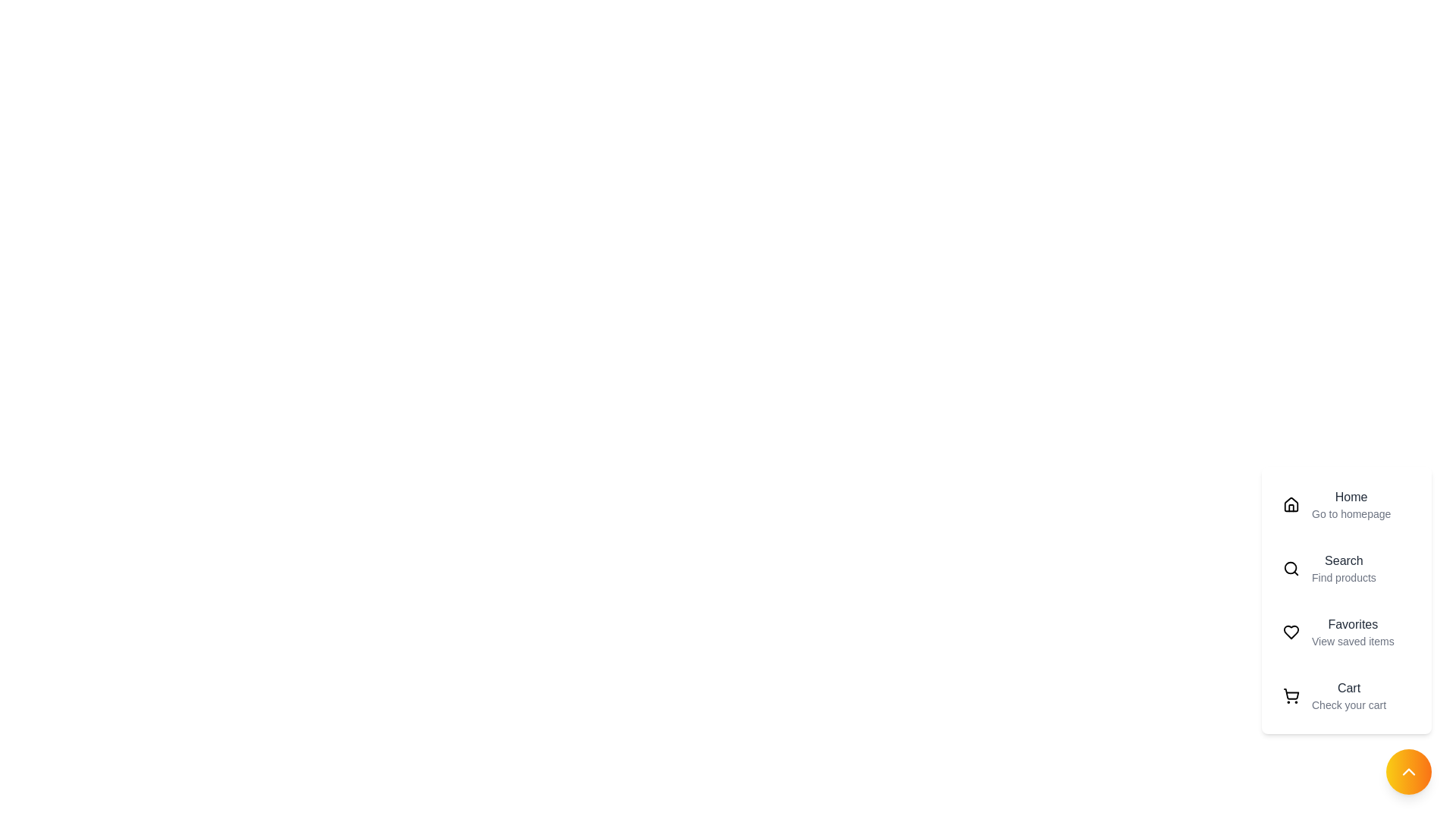 This screenshot has height=819, width=1456. I want to click on the menu item labeled Search to navigate, so click(1347, 568).